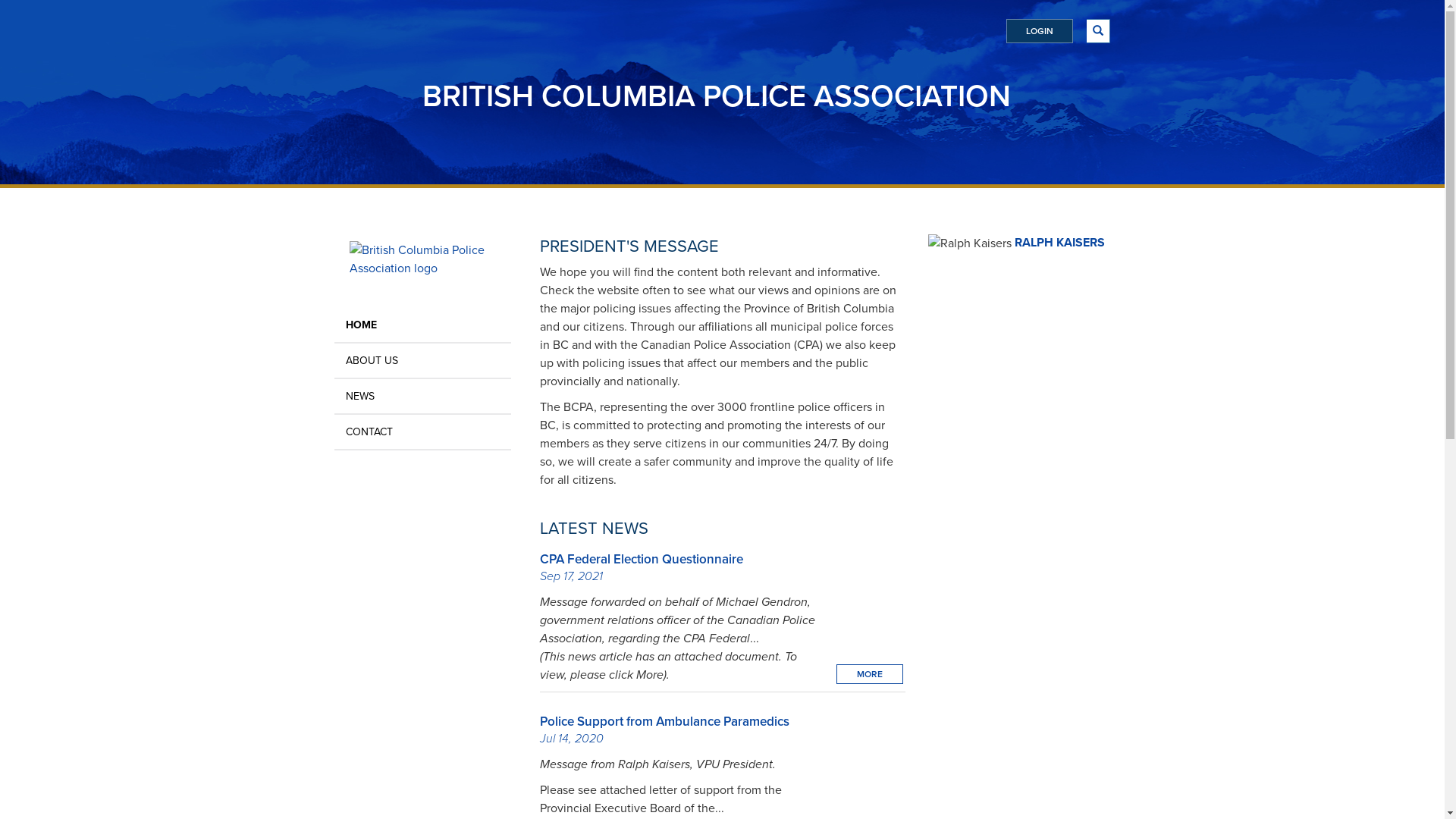 The width and height of the screenshot is (1456, 819). Describe the element at coordinates (1037, 31) in the screenshot. I see `'LOGIN'` at that location.